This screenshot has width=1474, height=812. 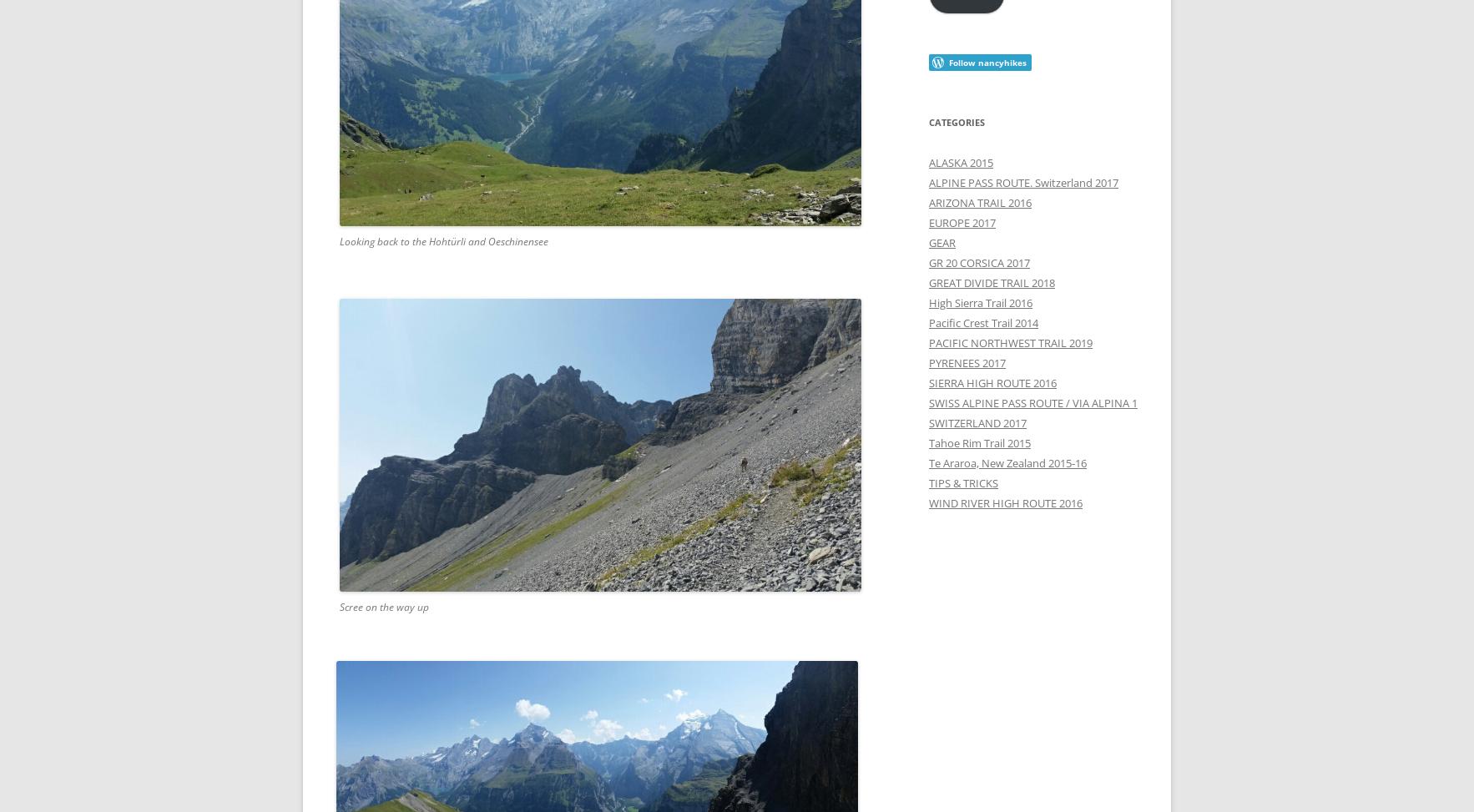 What do you see at coordinates (927, 341) in the screenshot?
I see `'PACIFIC NORTHWEST TRAIL 2019'` at bounding box center [927, 341].